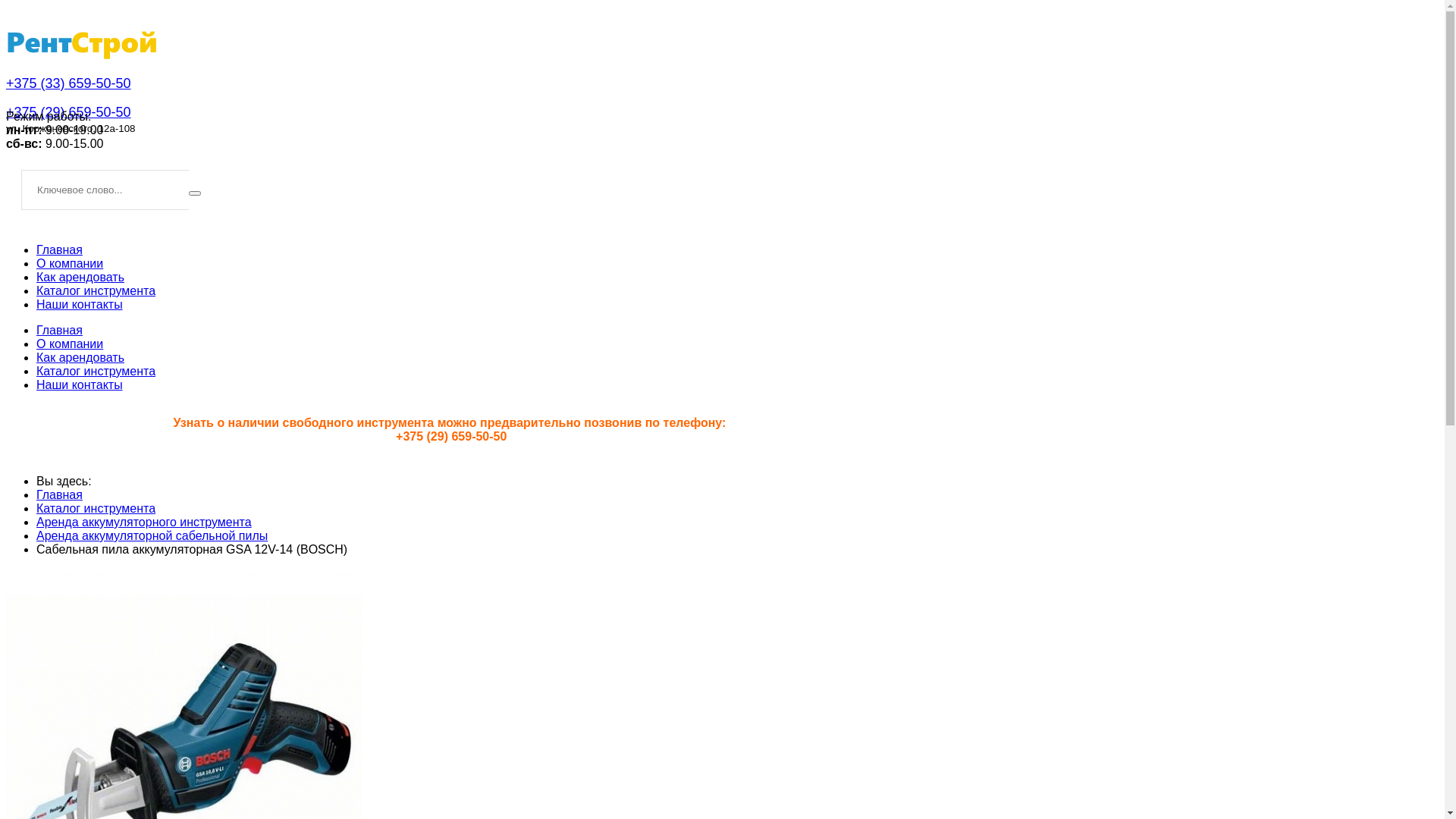  Describe the element at coordinates (6, 67) in the screenshot. I see `'Rentstori.by'` at that location.